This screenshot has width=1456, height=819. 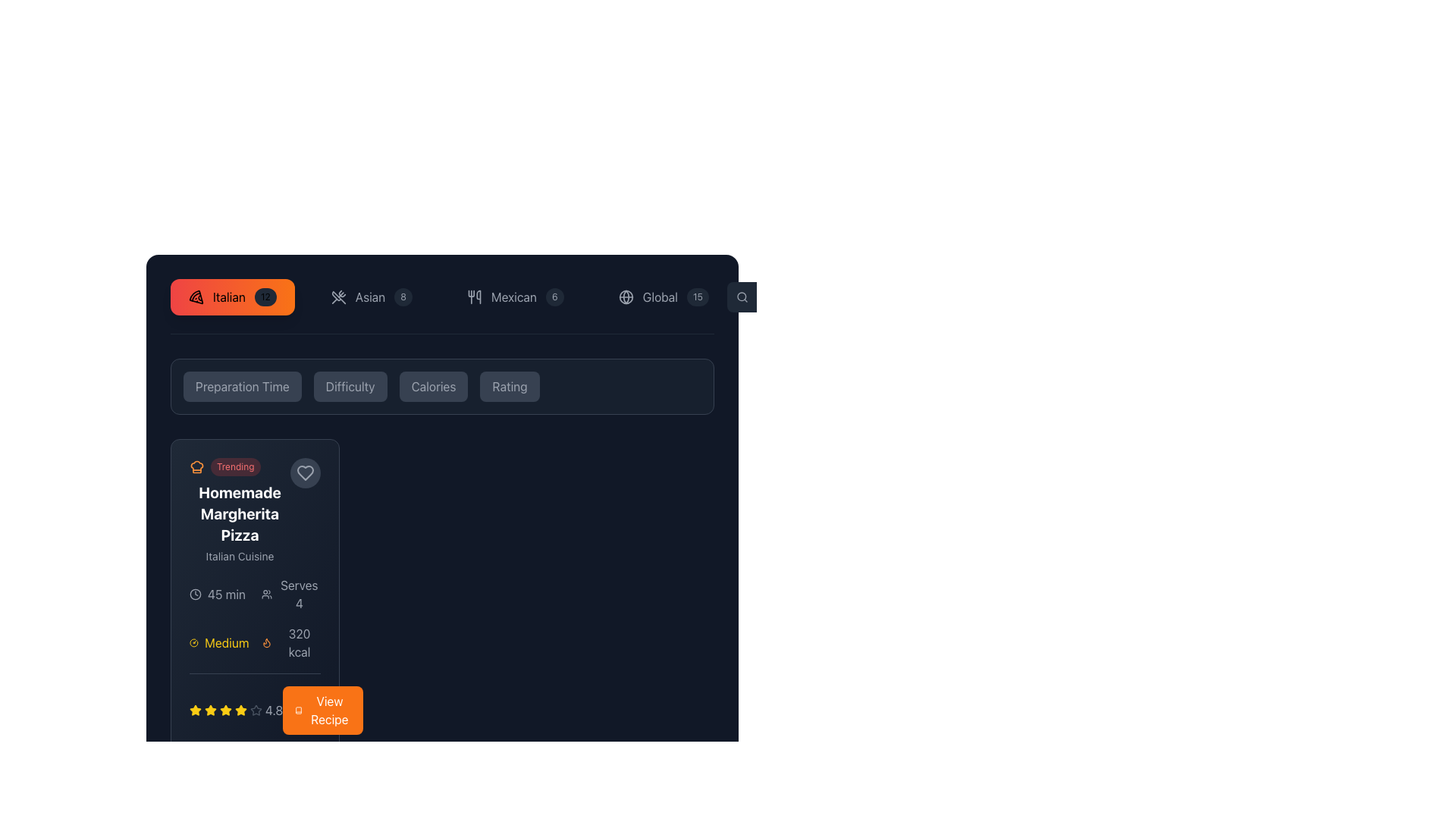 I want to click on layout visually of the Information grid containing recipe details, which includes preparation time, serving size, difficulty level, and calorie information, so click(x=255, y=619).